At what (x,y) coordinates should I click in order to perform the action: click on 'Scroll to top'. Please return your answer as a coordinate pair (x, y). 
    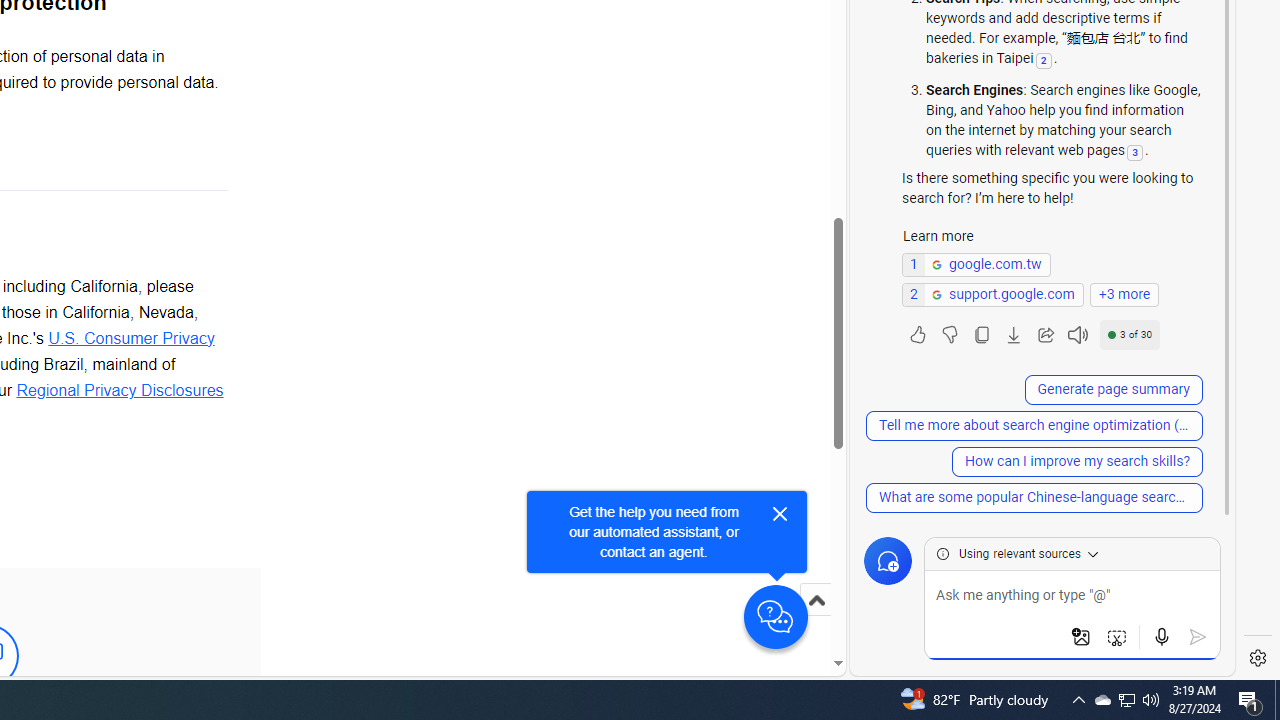
    Looking at the image, I should click on (816, 620).